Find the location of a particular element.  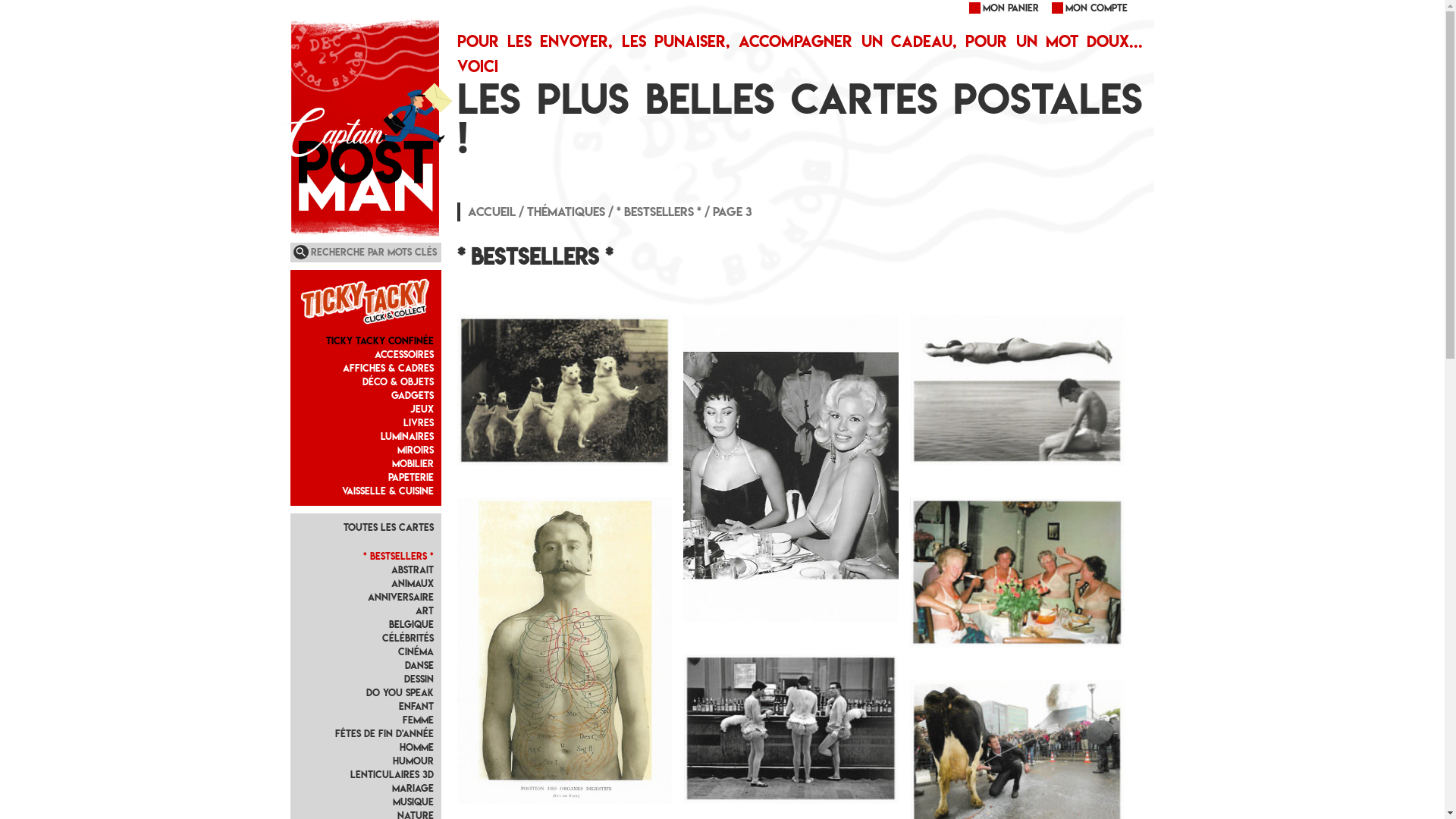

'Animaux' is located at coordinates (412, 582).